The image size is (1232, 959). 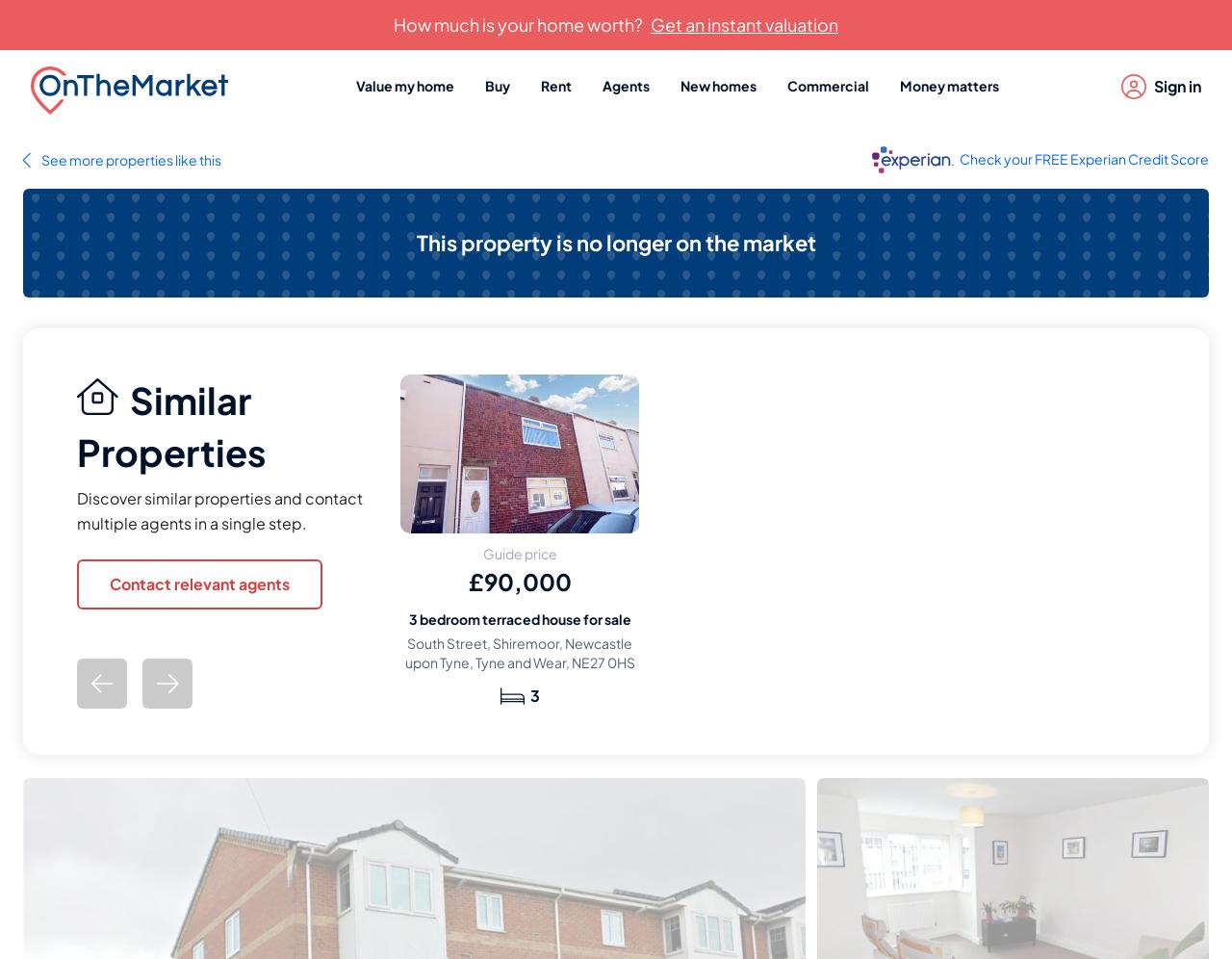 I want to click on 'Guide price', so click(x=481, y=552).